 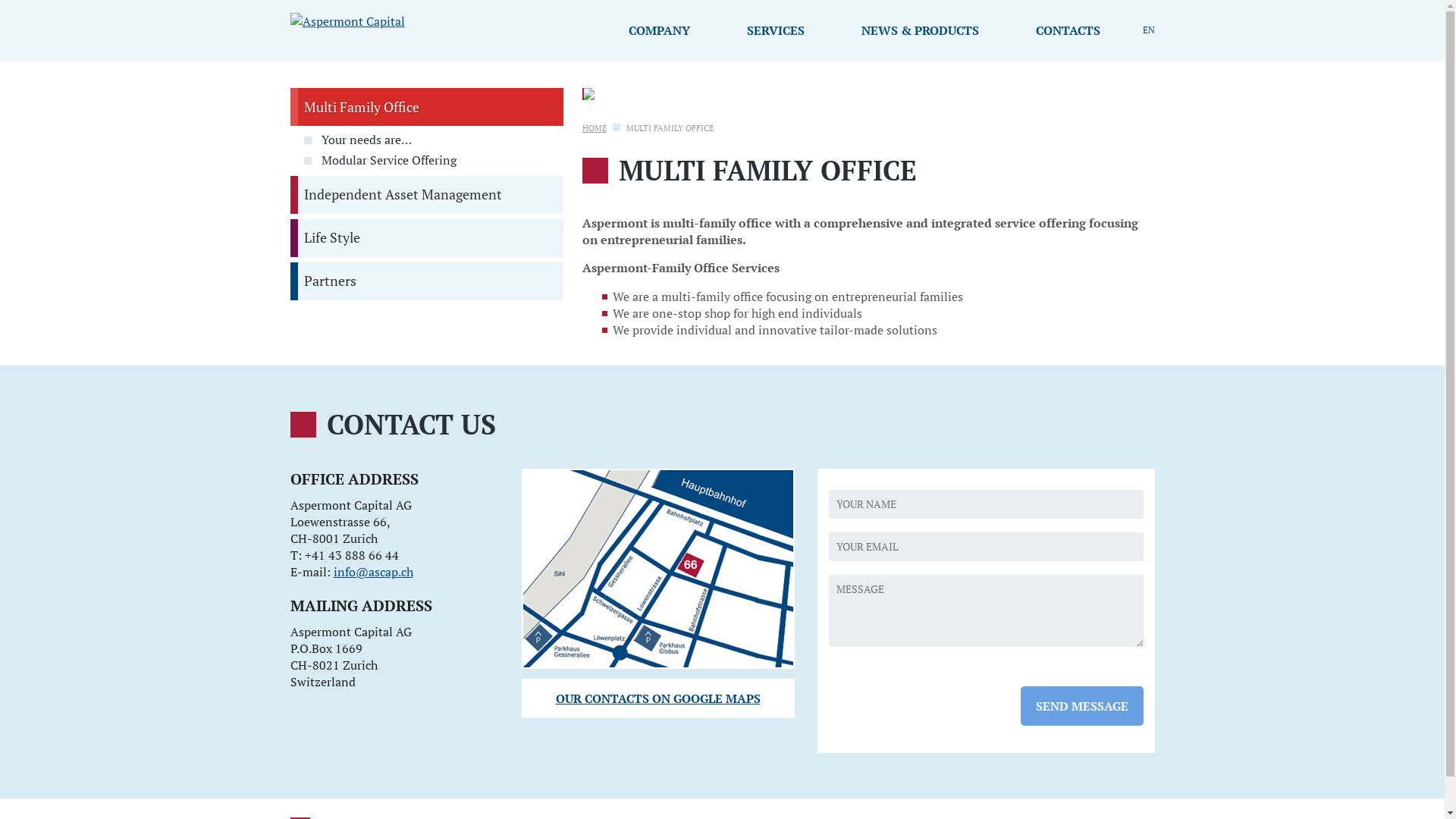 I want to click on 'SERVICES', so click(x=775, y=30).